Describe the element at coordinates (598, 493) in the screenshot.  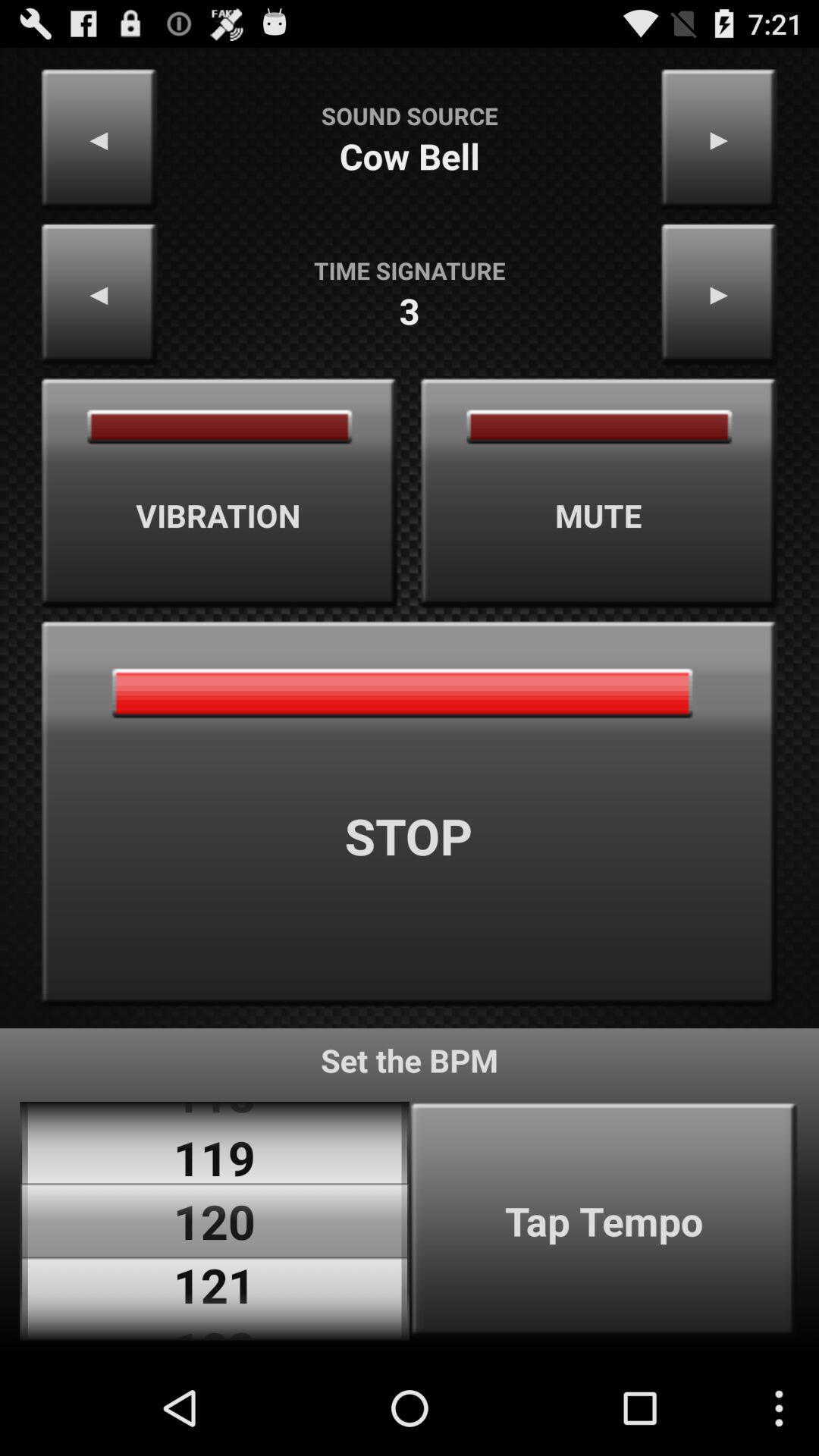
I see `icon above stop` at that location.